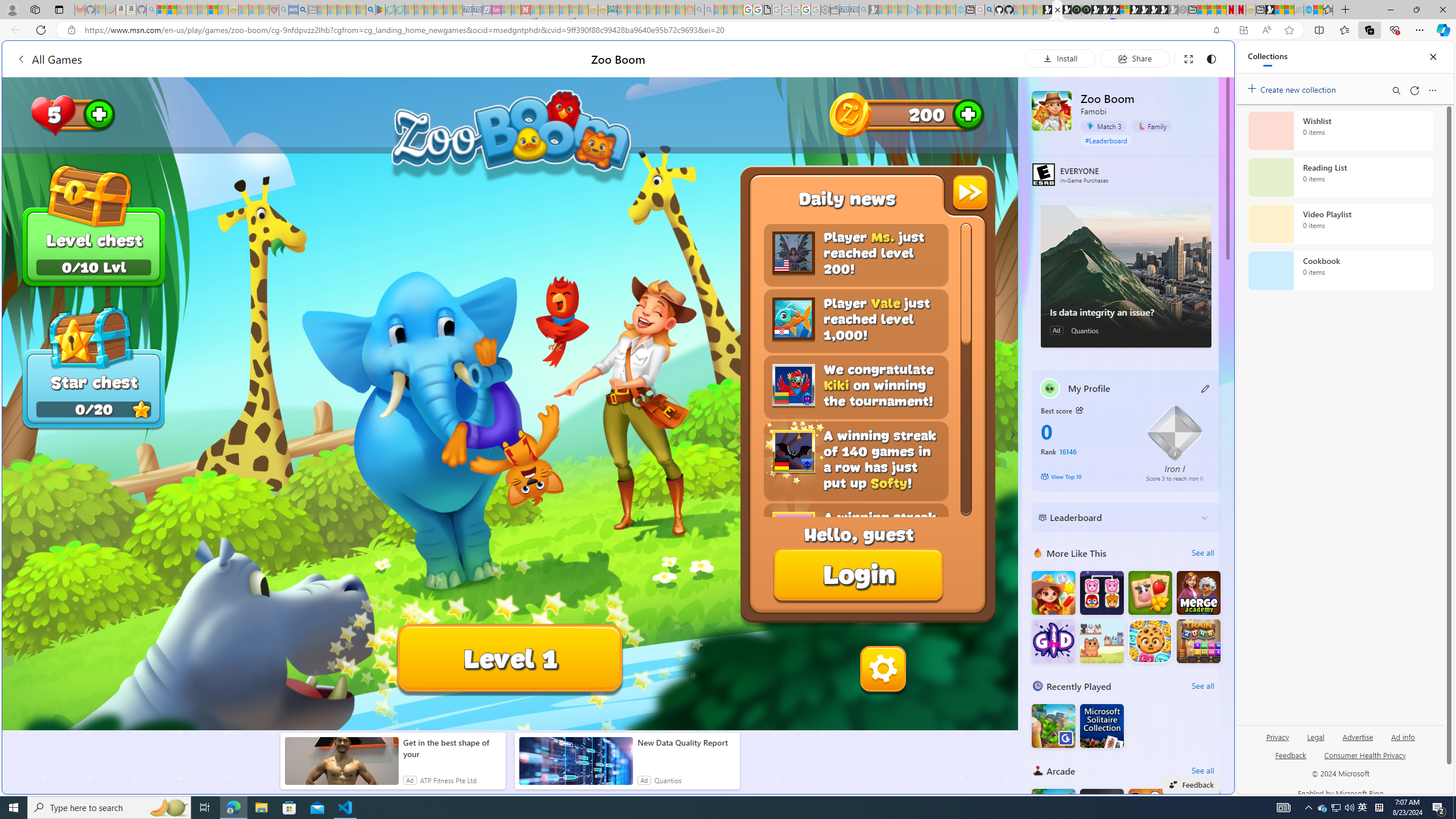  Describe the element at coordinates (496, 9) in the screenshot. I see `'Jobs - lastminute.com Investor Portal - Sleeping'` at that location.